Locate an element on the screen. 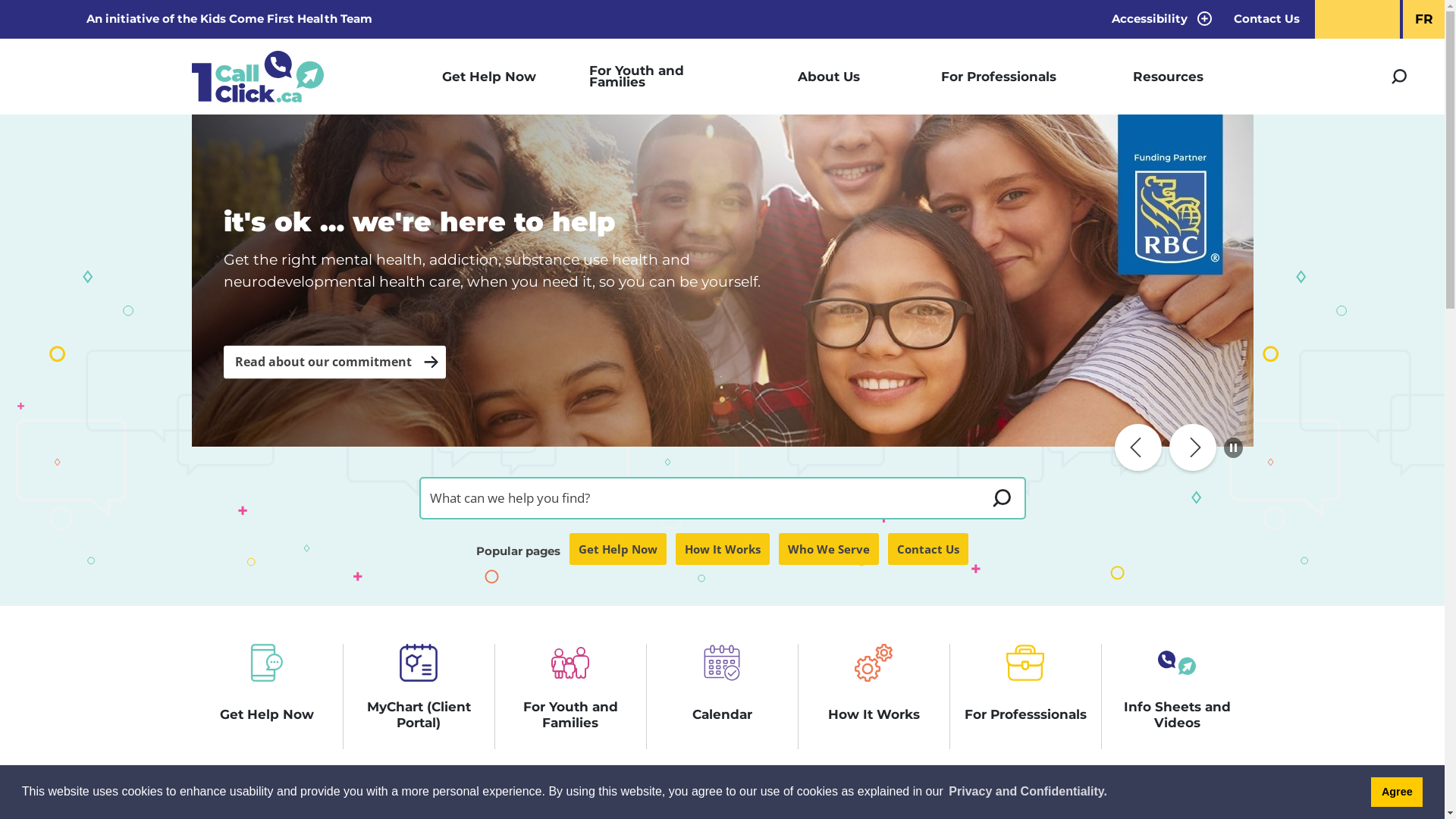  'Accessibility' is located at coordinates (1157, 19).